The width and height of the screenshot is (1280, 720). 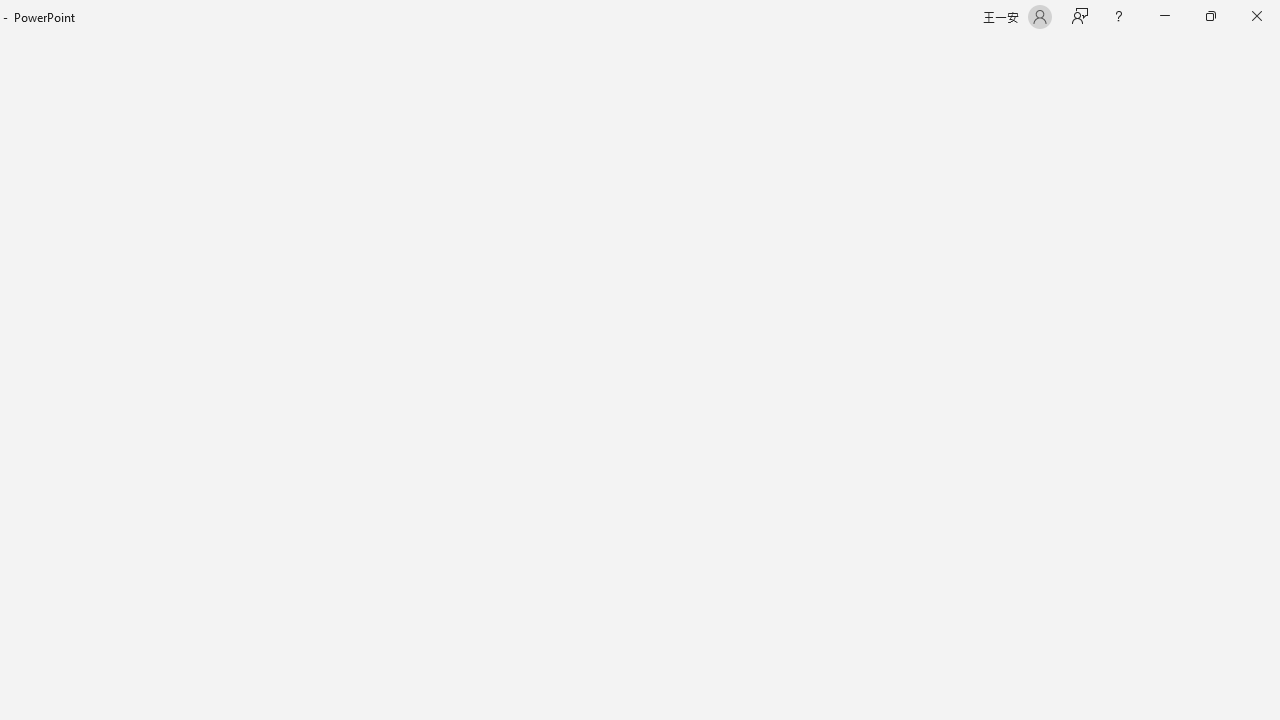 I want to click on 'Restore Down', so click(x=1209, y=16).